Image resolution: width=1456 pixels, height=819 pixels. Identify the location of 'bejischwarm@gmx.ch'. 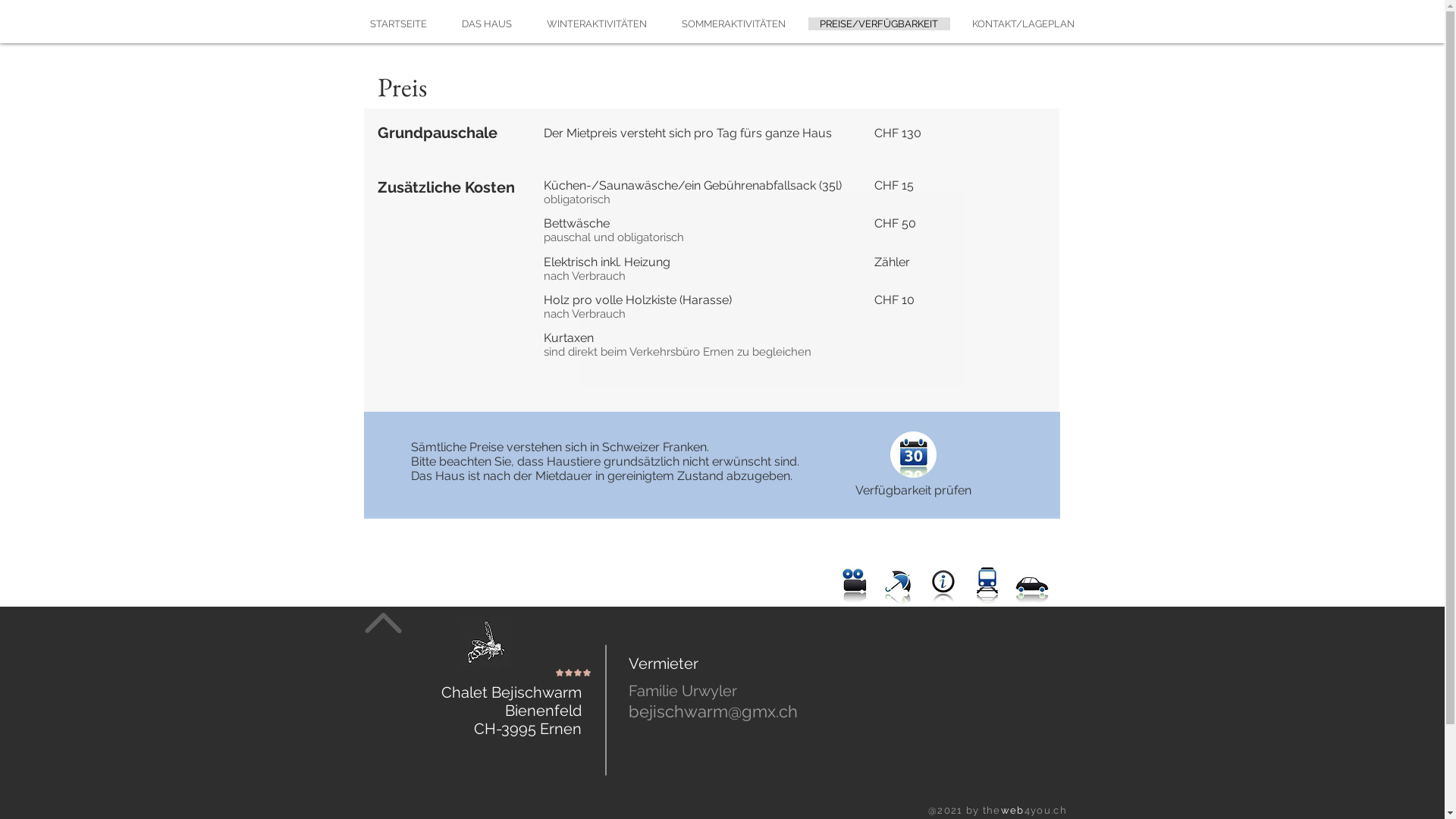
(711, 711).